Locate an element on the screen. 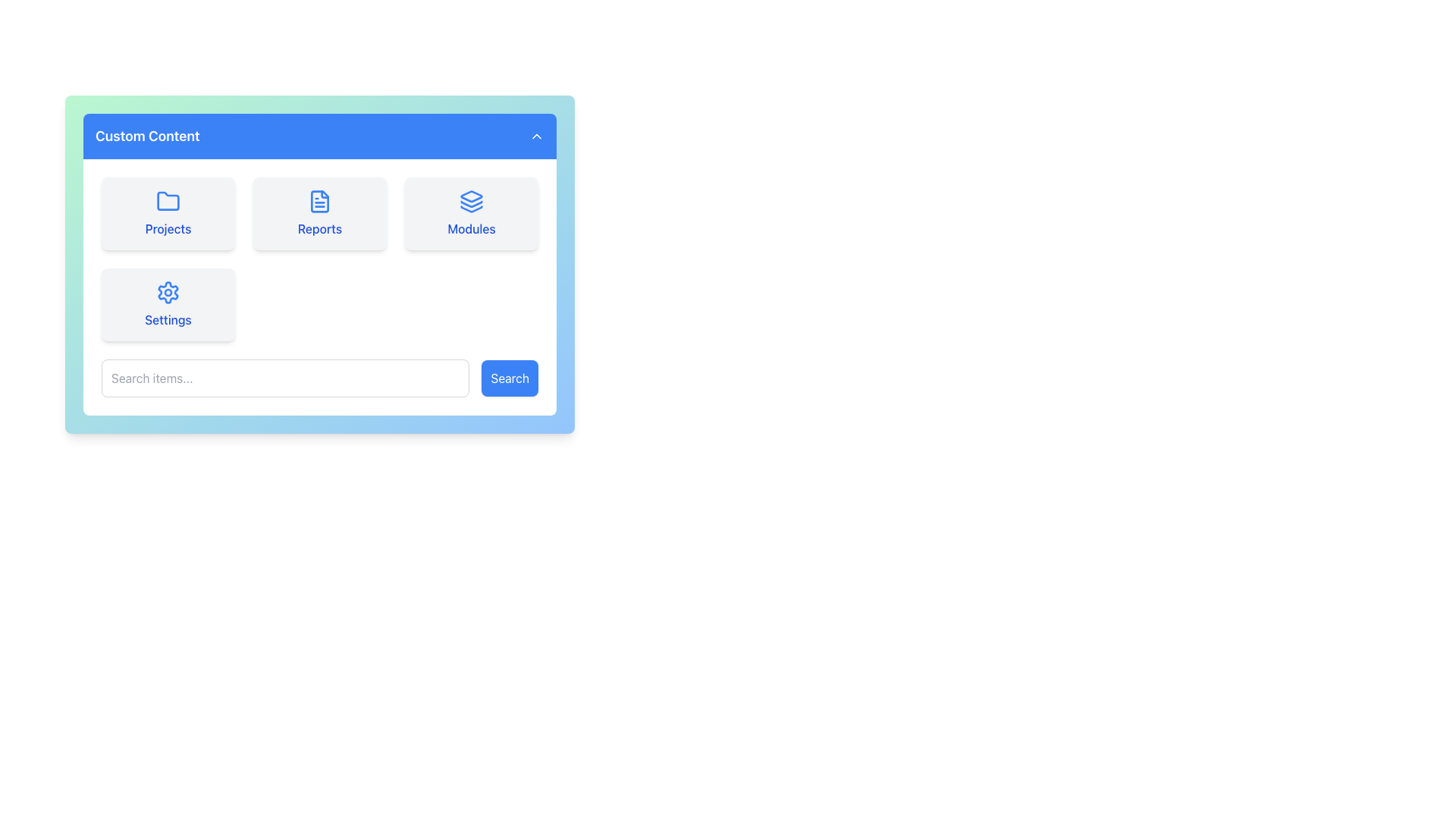 This screenshot has width=1456, height=819. the 'Search' button, which is a rectangular button with rounded corners and a blue background, to observe the hover effects is located at coordinates (510, 377).